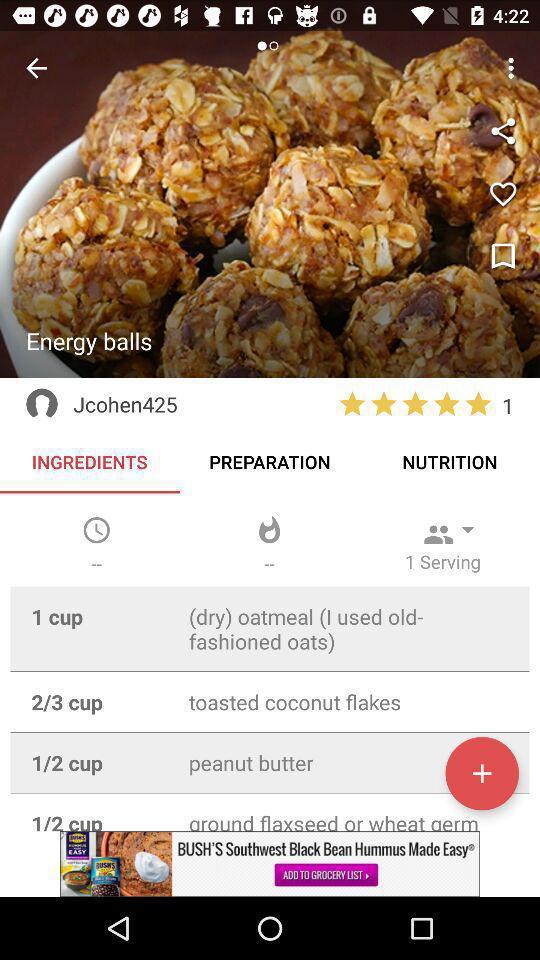  I want to click on love icon, so click(502, 194).